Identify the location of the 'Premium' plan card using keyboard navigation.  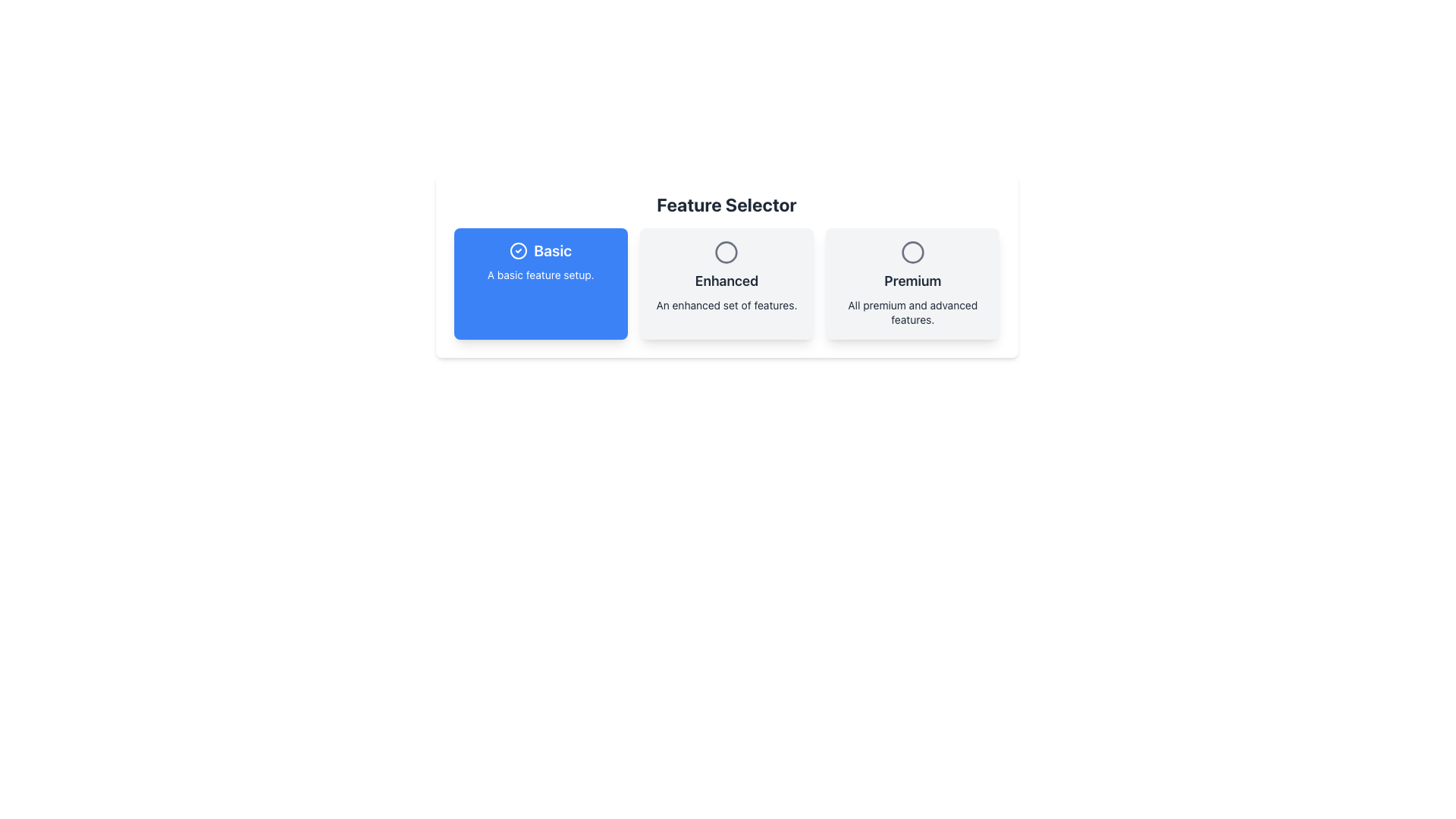
(912, 284).